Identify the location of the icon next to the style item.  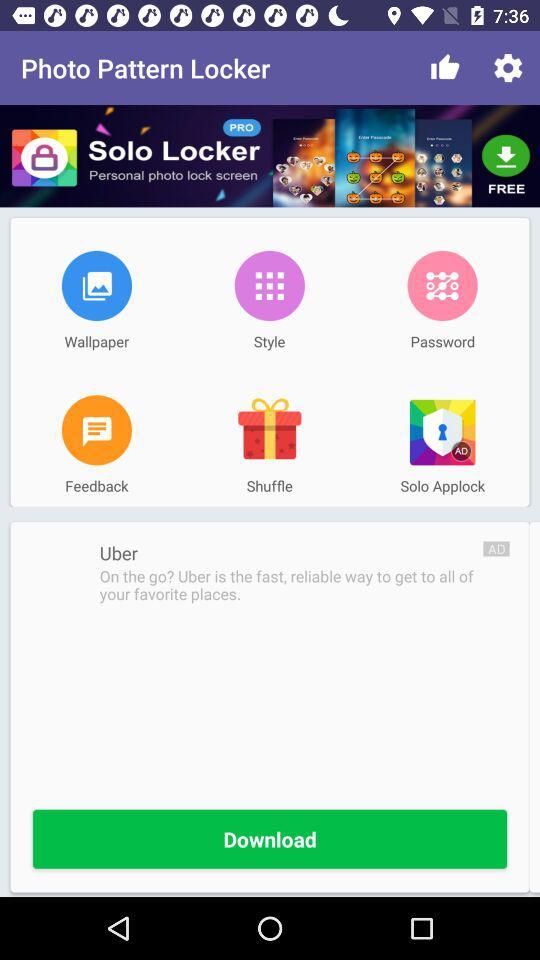
(442, 284).